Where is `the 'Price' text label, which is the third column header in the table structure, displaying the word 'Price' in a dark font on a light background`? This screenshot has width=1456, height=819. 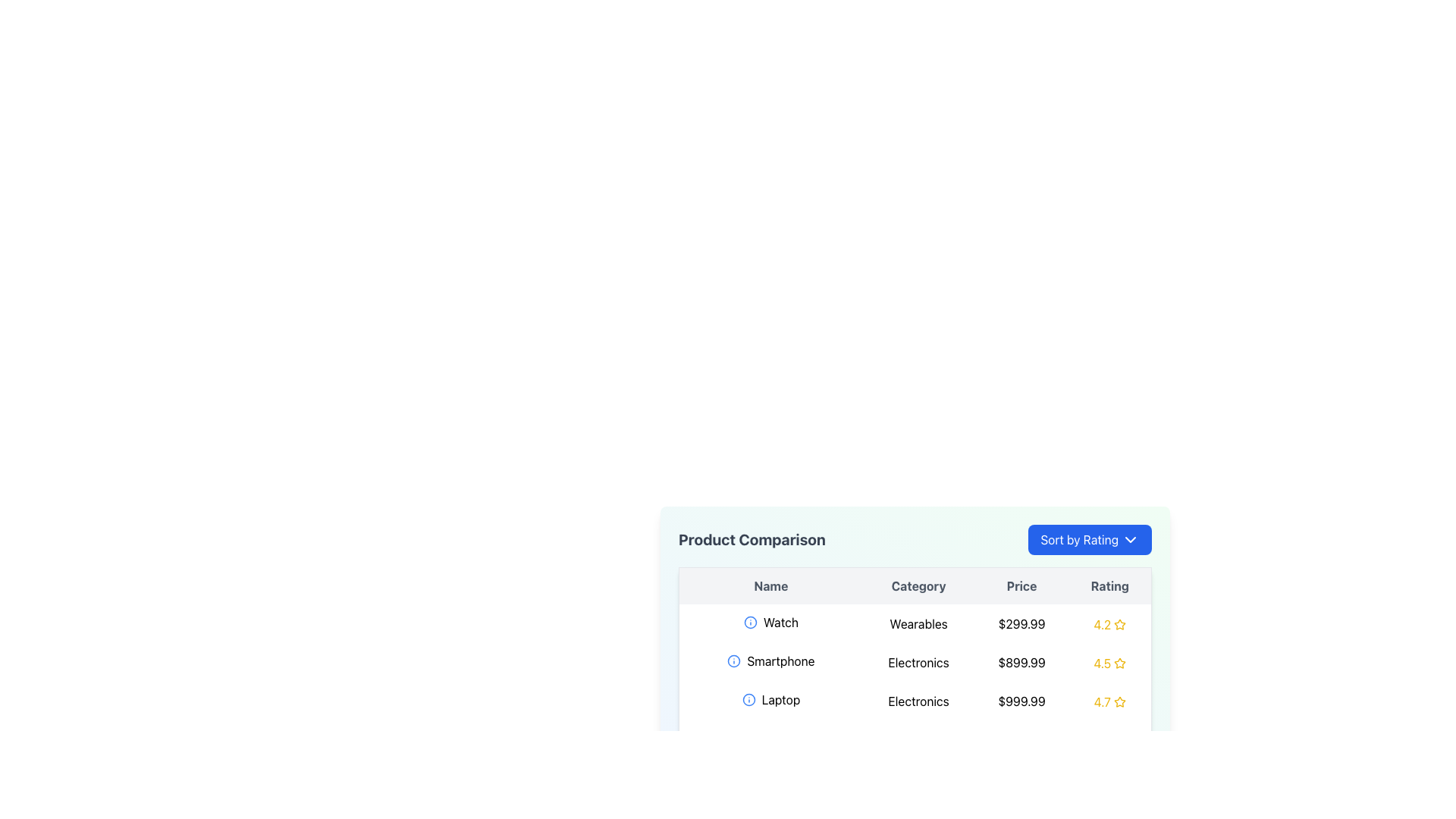 the 'Price' text label, which is the third column header in the table structure, displaying the word 'Price' in a dark font on a light background is located at coordinates (1021, 585).